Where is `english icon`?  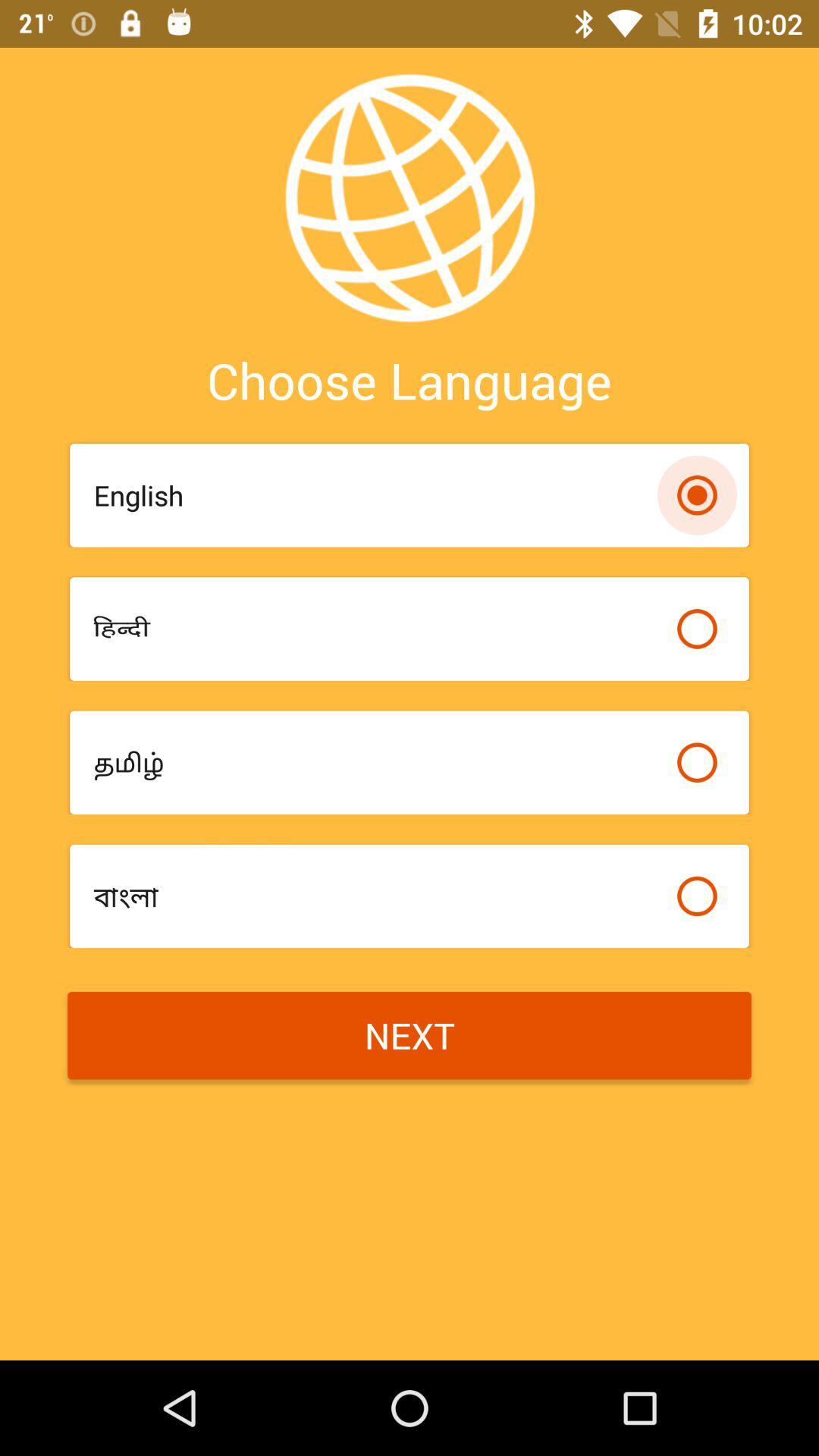 english icon is located at coordinates (376, 495).